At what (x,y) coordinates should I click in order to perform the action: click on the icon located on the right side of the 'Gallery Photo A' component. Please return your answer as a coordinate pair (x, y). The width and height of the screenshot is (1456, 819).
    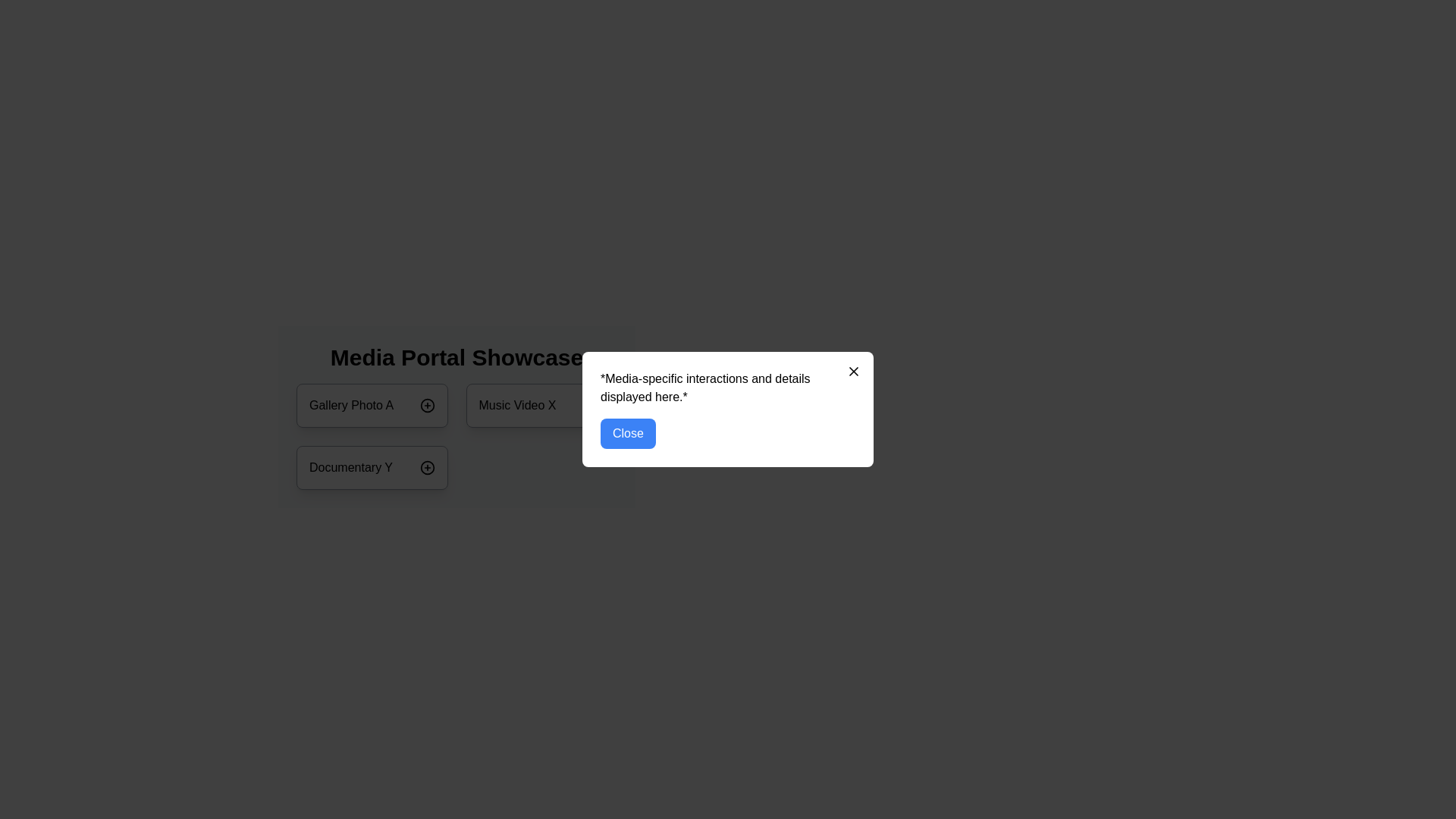
    Looking at the image, I should click on (426, 405).